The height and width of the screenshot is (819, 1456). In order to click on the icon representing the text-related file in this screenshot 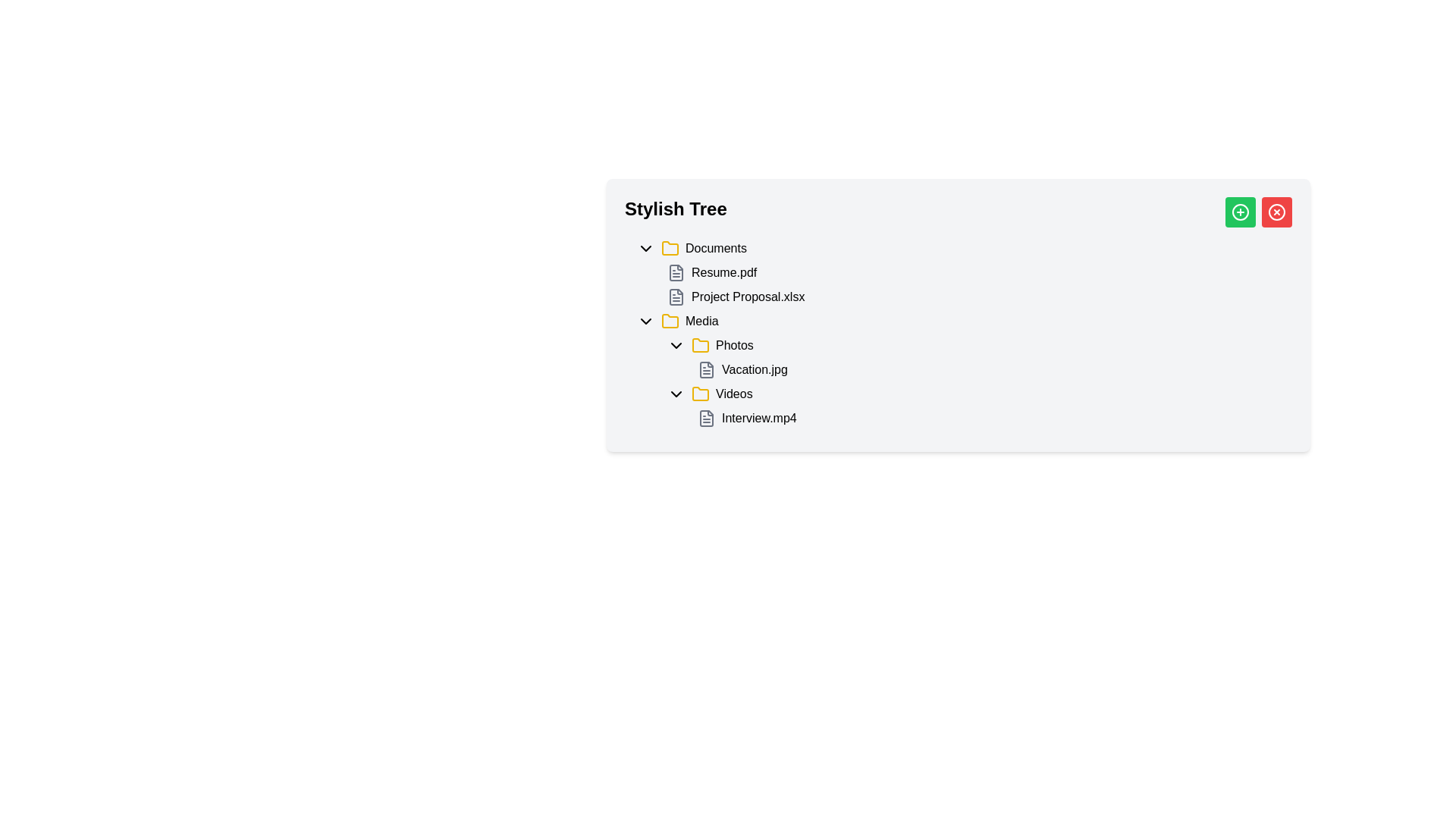, I will do `click(705, 370)`.